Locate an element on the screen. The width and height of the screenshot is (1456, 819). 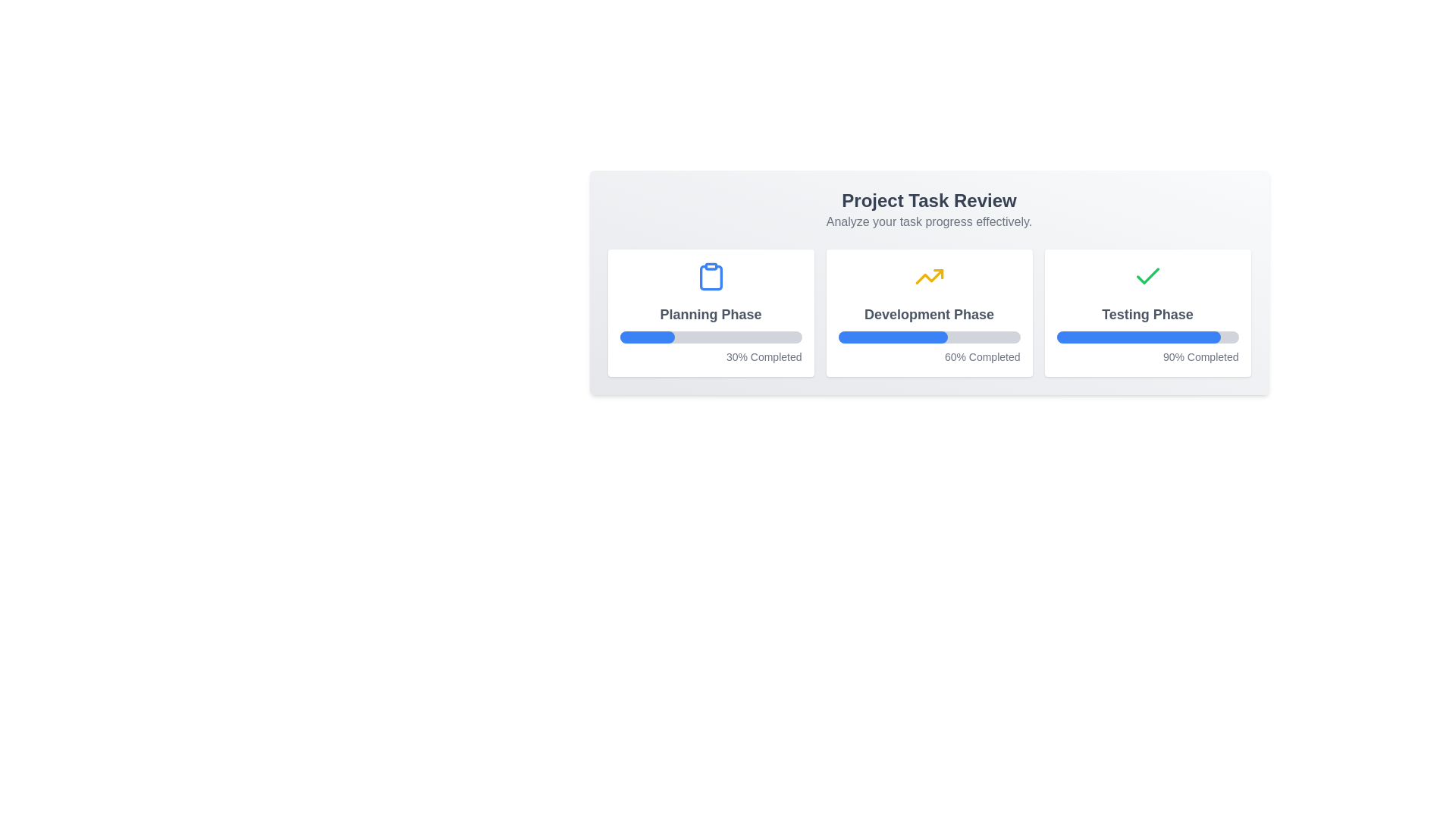
the progress represented by the Progress indicator located within the 'Development Phase' progress bar, which is filled to approximately 60% is located at coordinates (893, 336).